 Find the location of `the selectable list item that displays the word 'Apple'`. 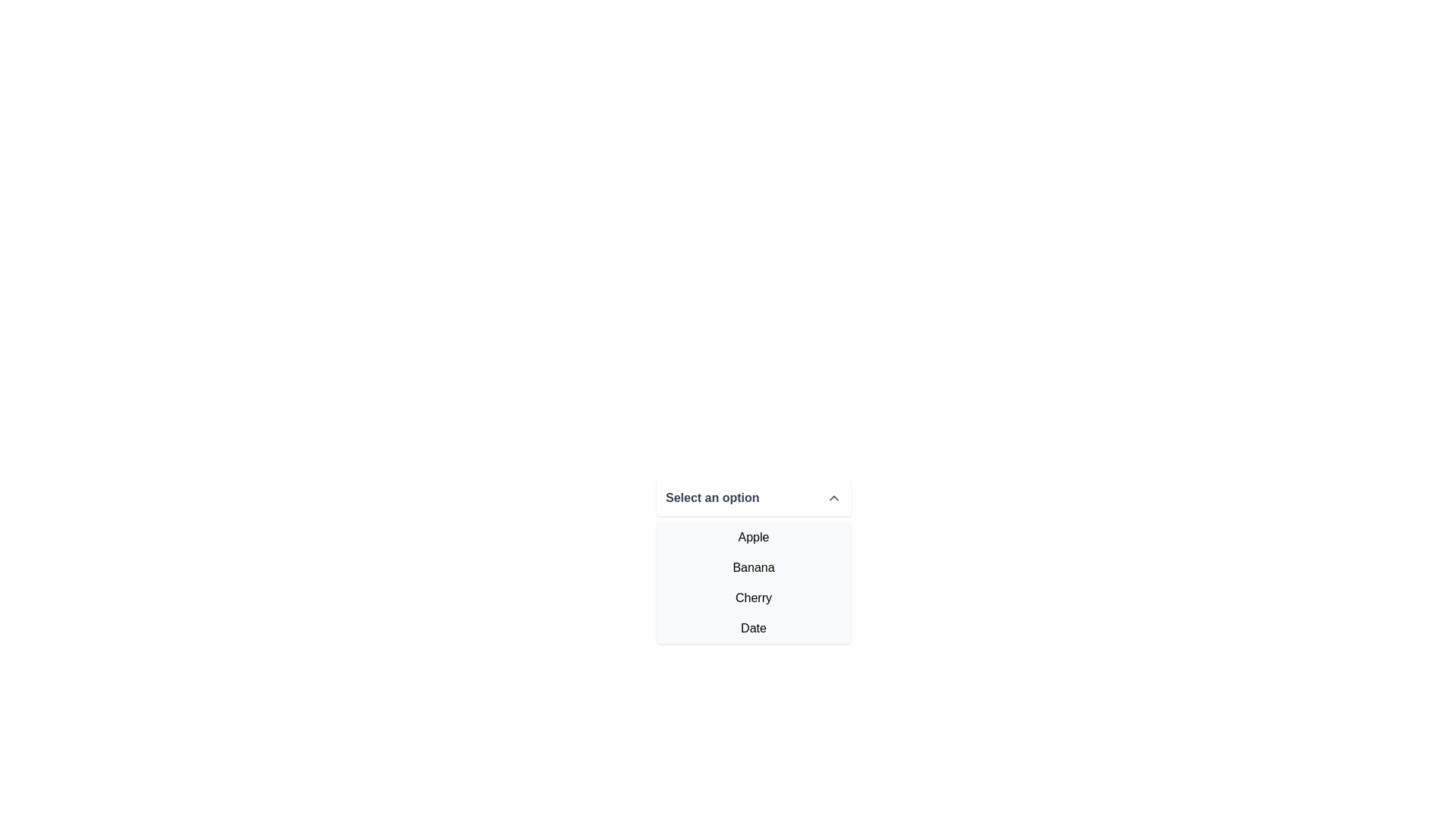

the selectable list item that displays the word 'Apple' is located at coordinates (753, 537).